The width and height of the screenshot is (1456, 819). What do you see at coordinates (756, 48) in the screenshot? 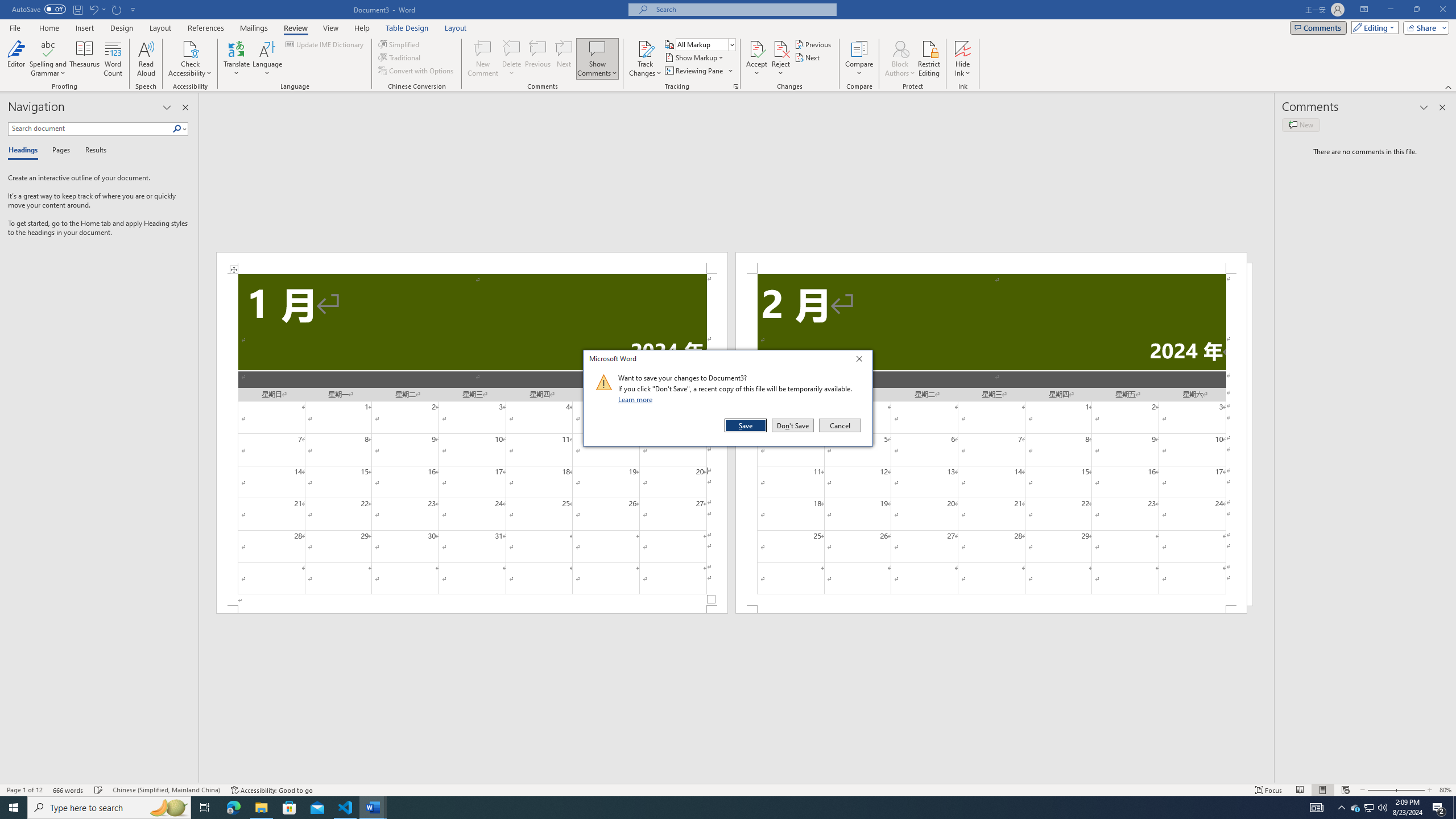
I see `'Accept and Move to Next'` at bounding box center [756, 48].